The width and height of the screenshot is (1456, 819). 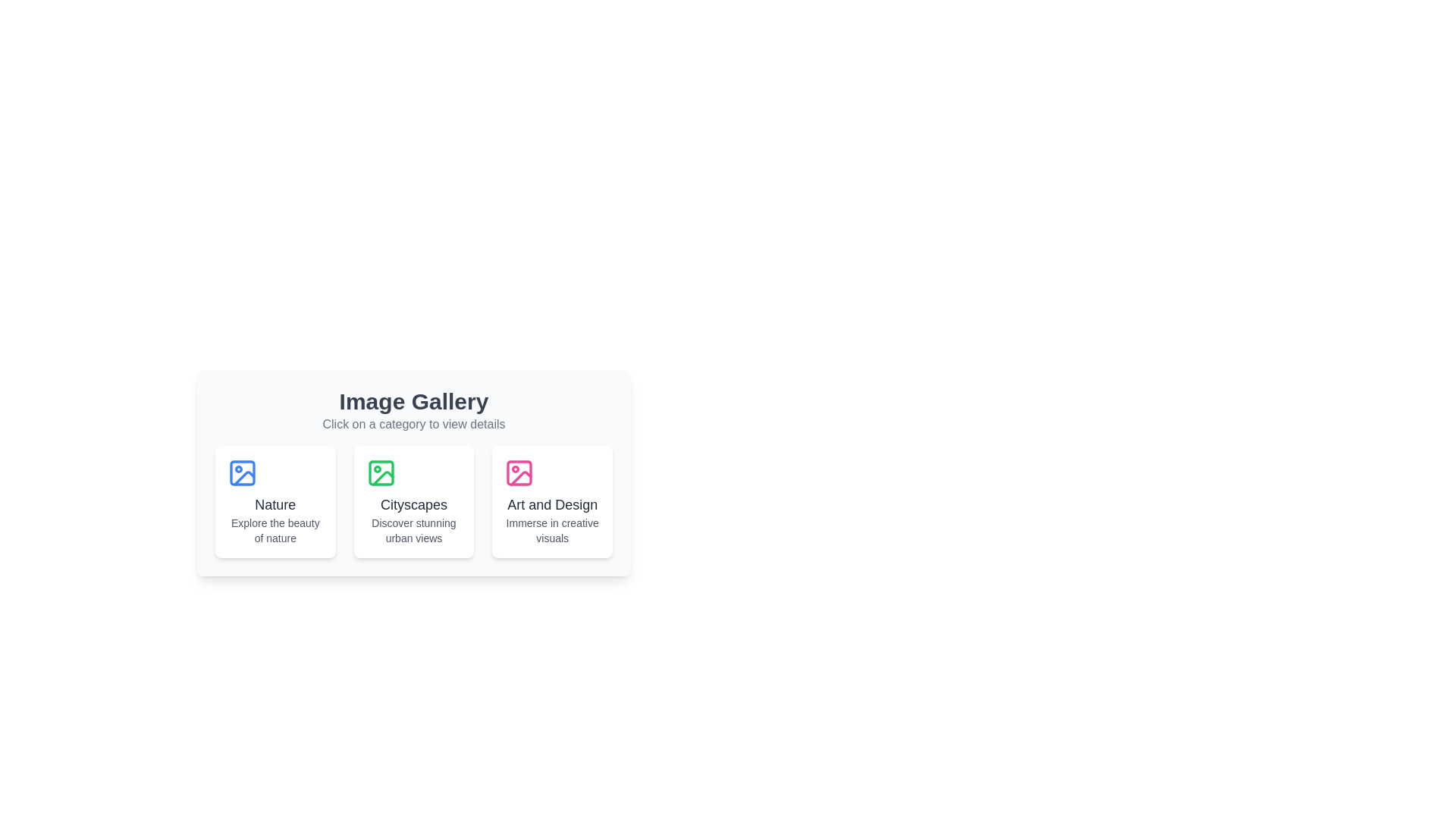 What do you see at coordinates (551, 502) in the screenshot?
I see `the 'Art and Design' selectable card, which features a white background, rounded corners, and a pink-outlined image icon at the top` at bounding box center [551, 502].